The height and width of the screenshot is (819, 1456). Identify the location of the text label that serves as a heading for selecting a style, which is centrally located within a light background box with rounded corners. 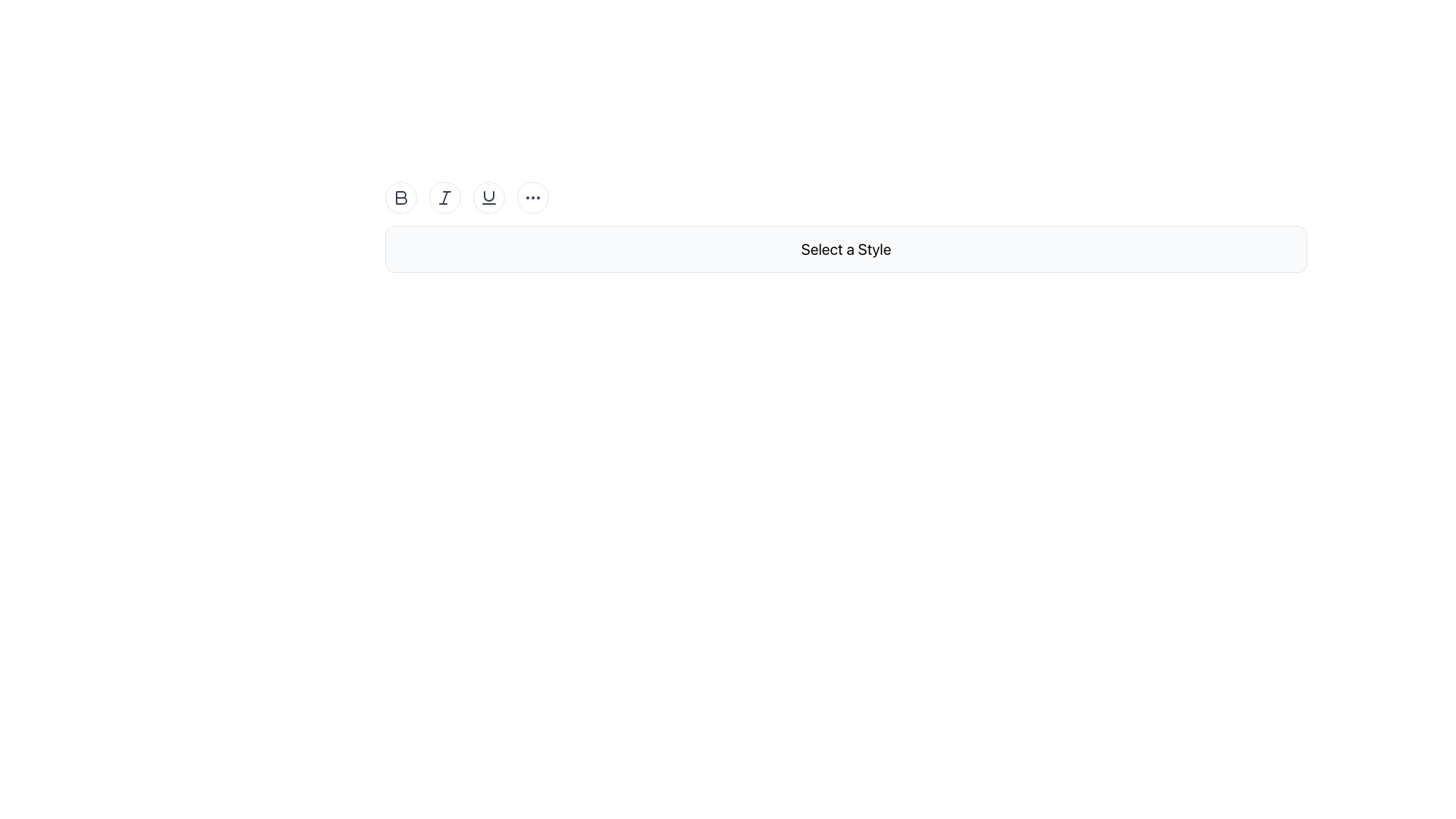
(846, 248).